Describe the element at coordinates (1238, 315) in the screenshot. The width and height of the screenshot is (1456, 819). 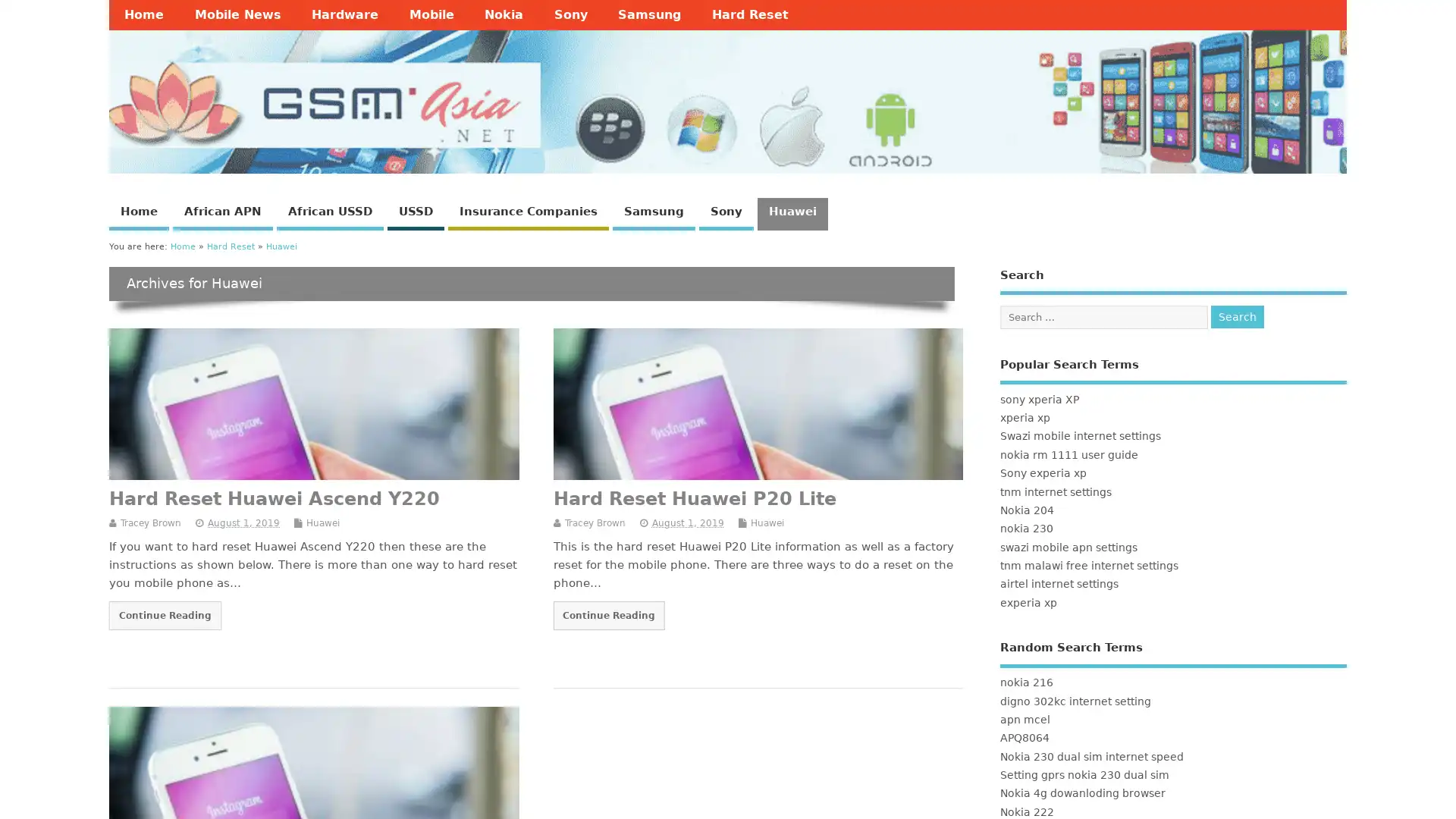
I see `Search` at that location.